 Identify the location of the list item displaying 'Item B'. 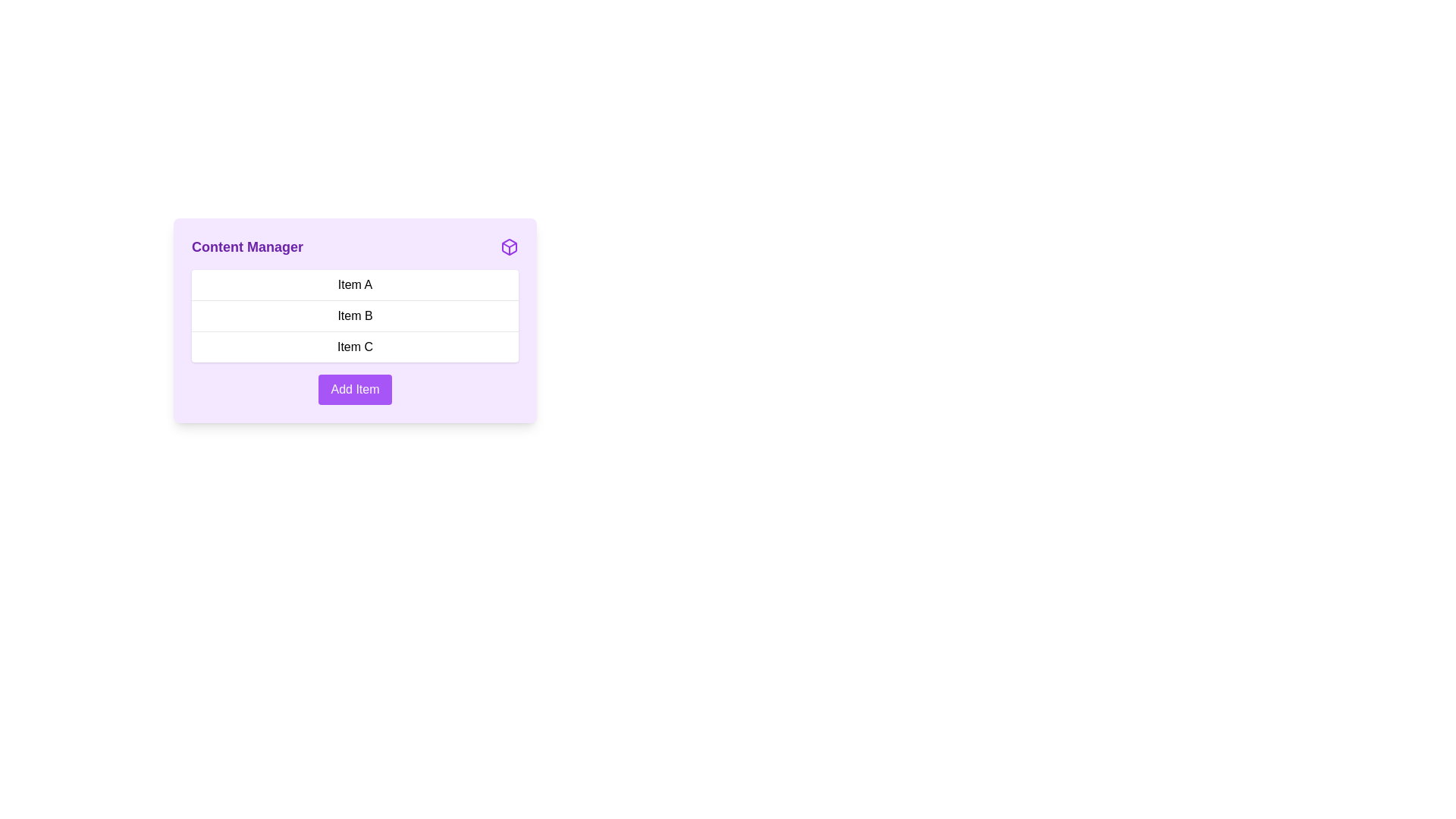
(354, 320).